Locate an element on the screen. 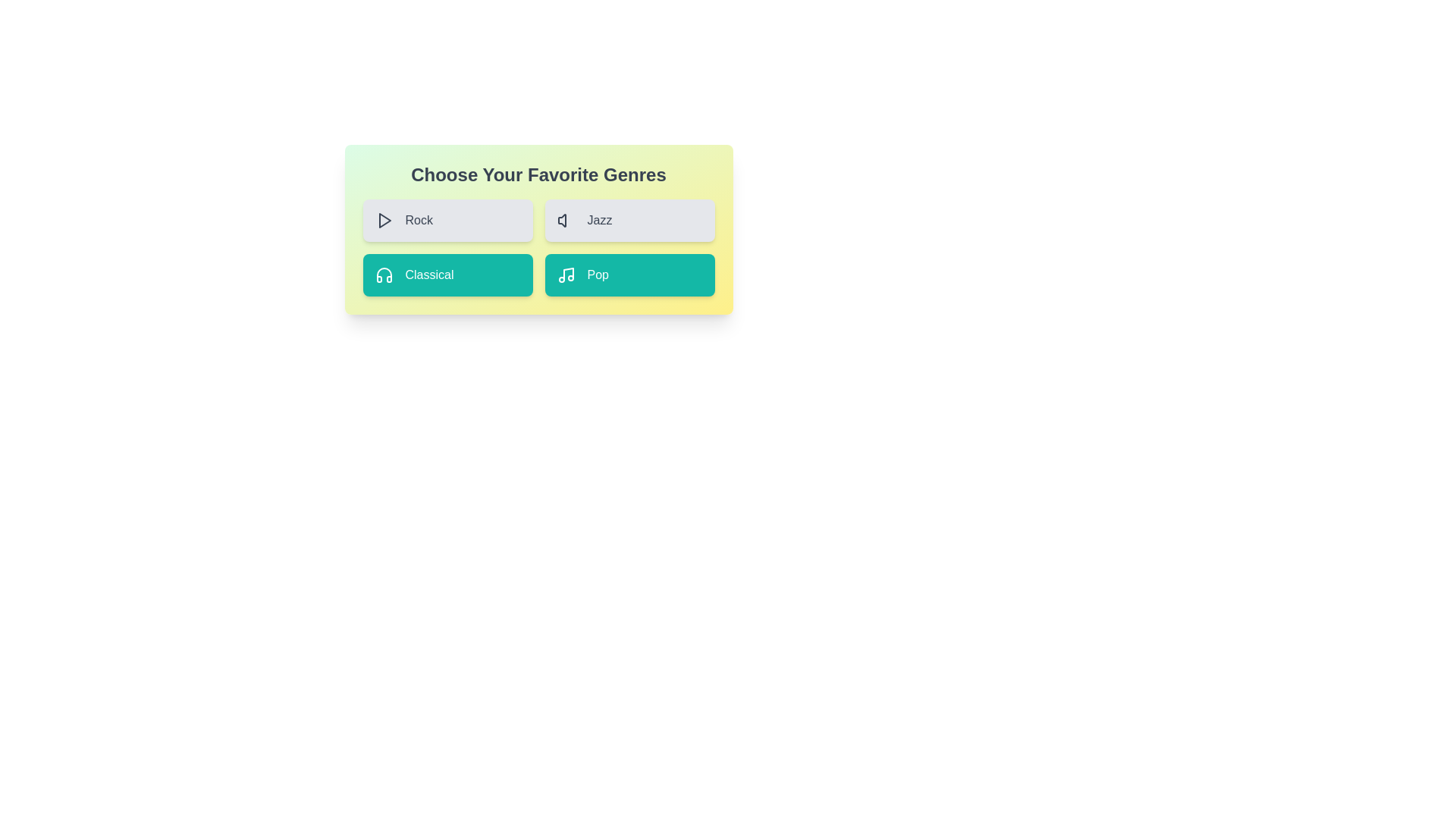 The image size is (1456, 819). the genre button labeled Jazz is located at coordinates (629, 220).